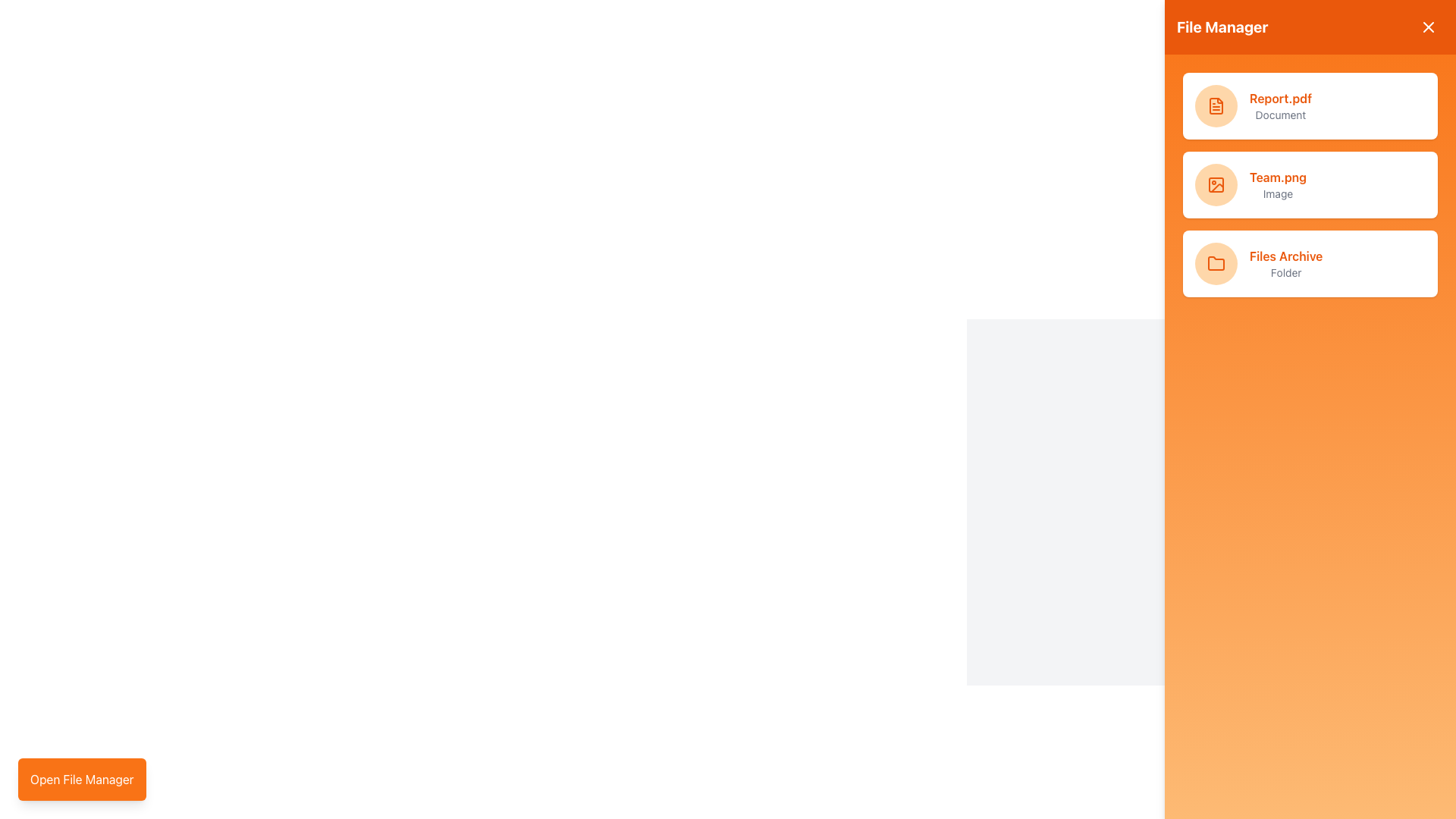  What do you see at coordinates (1310, 184) in the screenshot?
I see `the UI card component labeled 'Team.png'` at bounding box center [1310, 184].